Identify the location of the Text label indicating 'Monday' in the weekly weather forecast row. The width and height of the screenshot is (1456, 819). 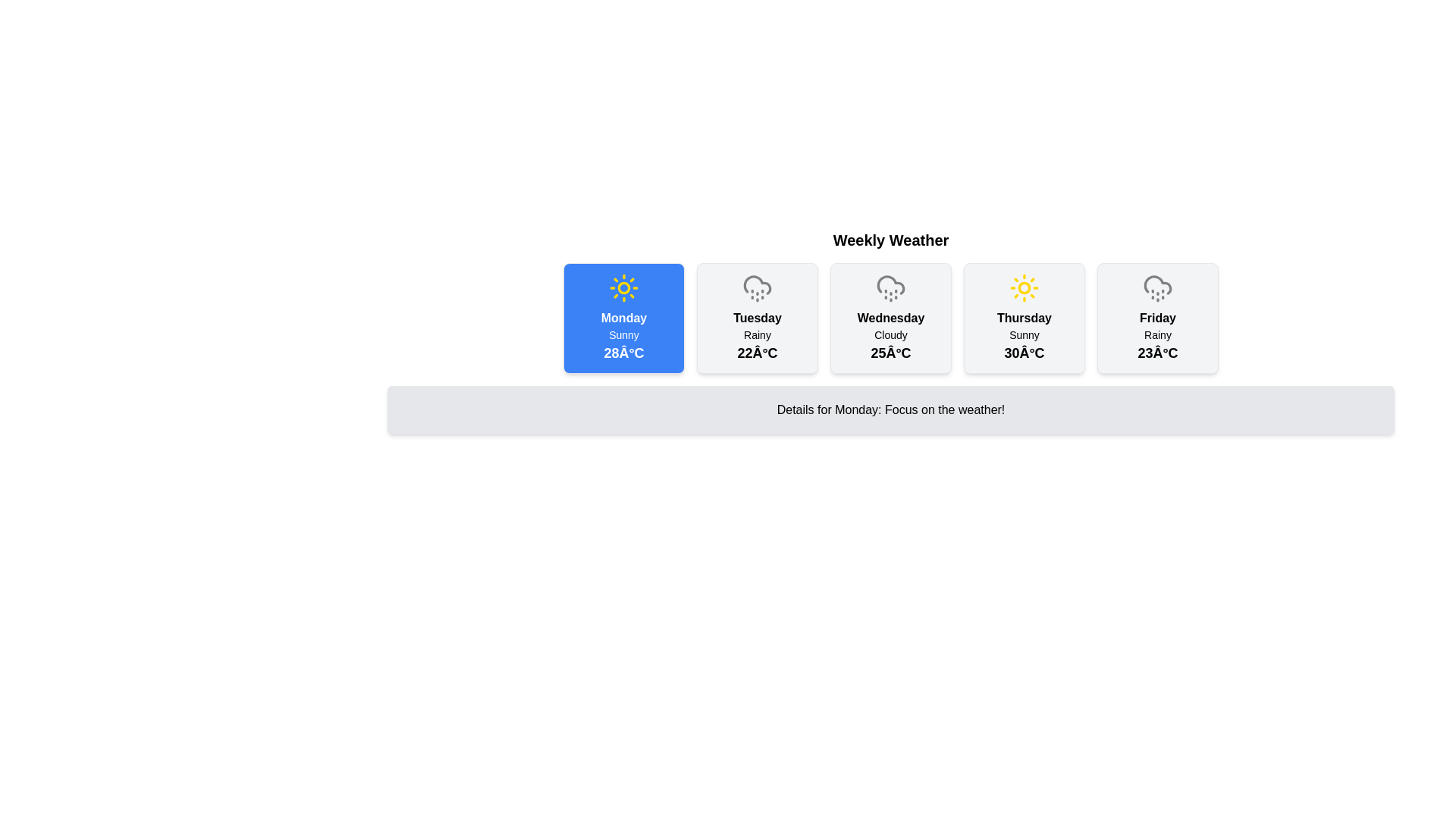
(623, 318).